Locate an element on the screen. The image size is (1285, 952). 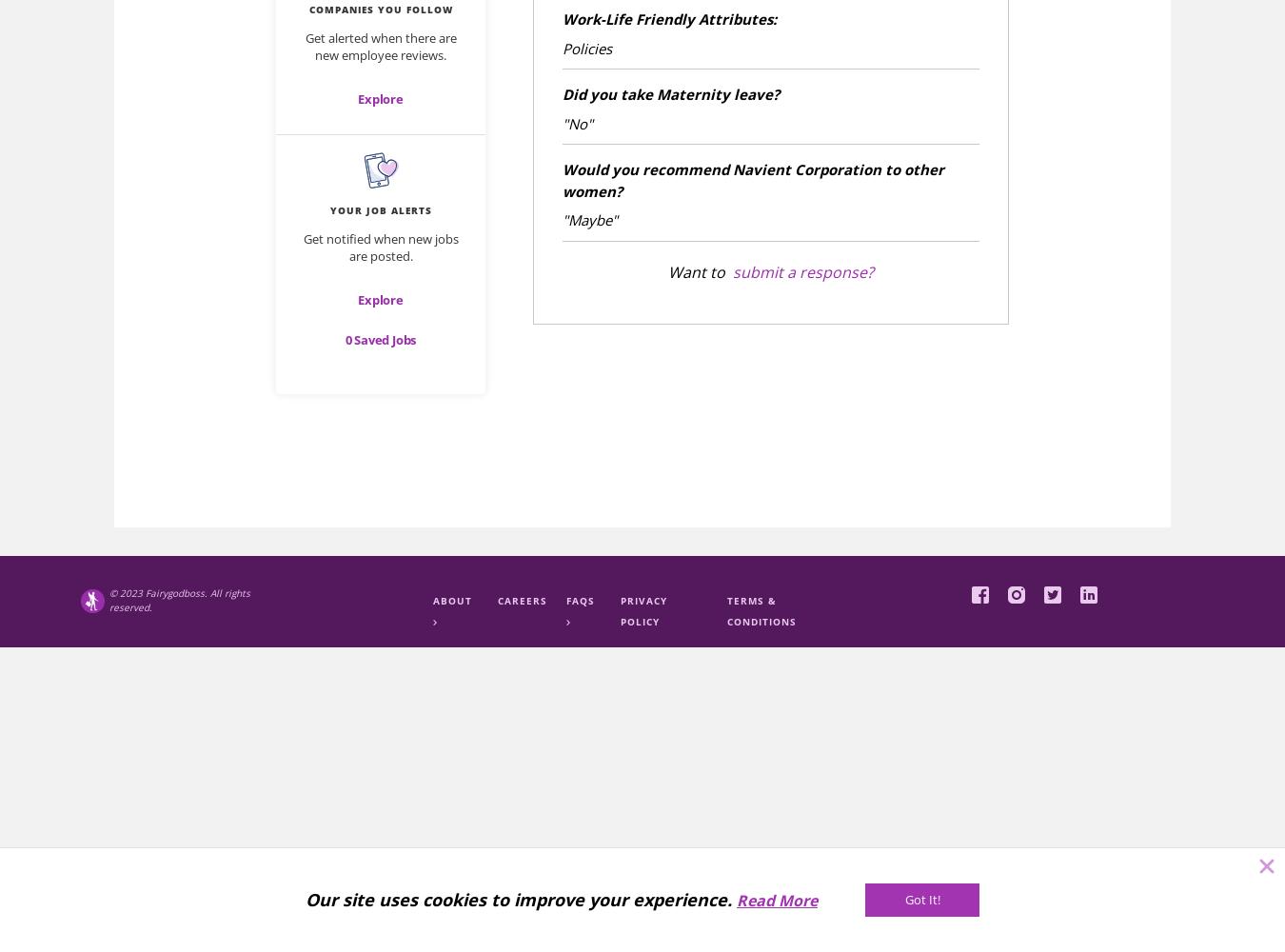
'Our site uses cookies to improve your experience.' is located at coordinates (517, 899).